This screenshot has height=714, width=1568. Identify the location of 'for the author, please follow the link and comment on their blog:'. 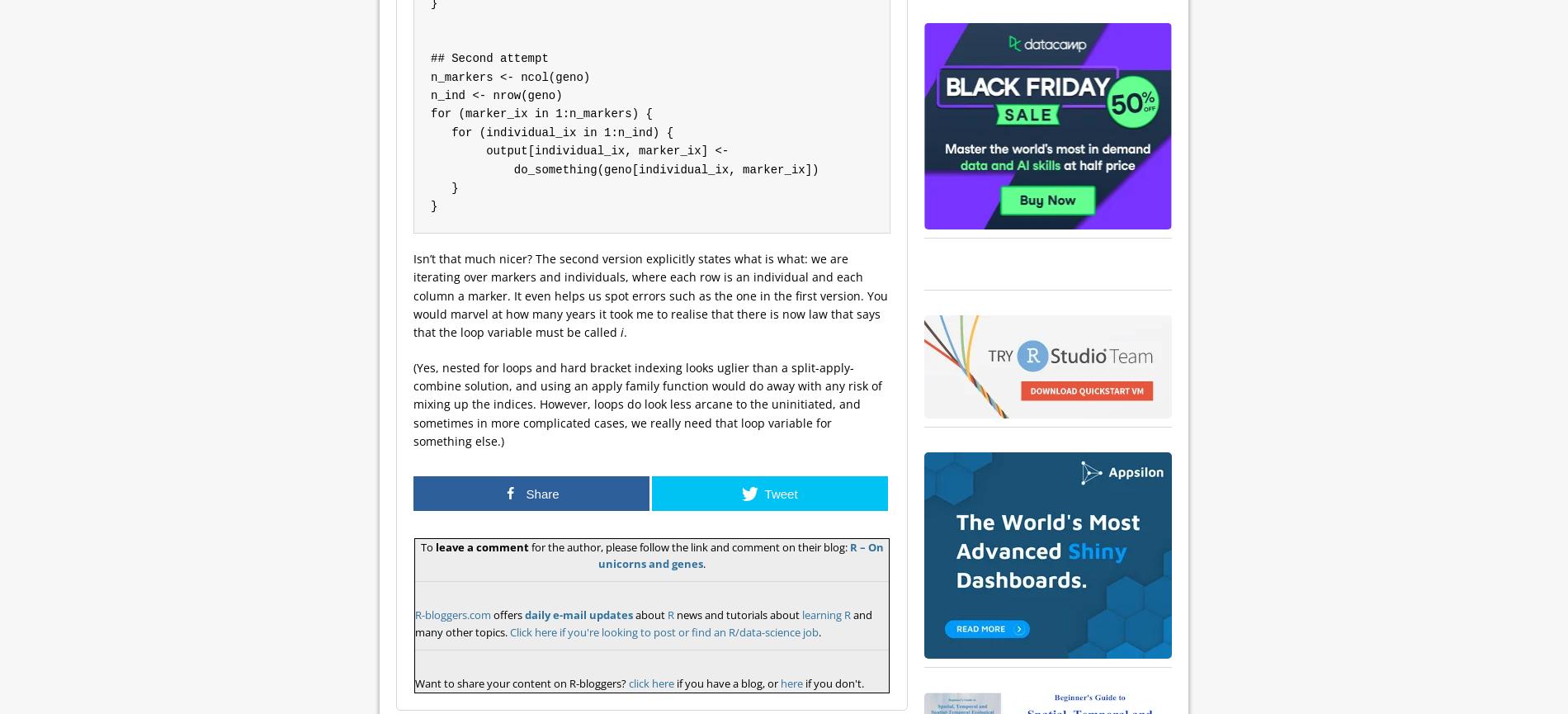
(687, 546).